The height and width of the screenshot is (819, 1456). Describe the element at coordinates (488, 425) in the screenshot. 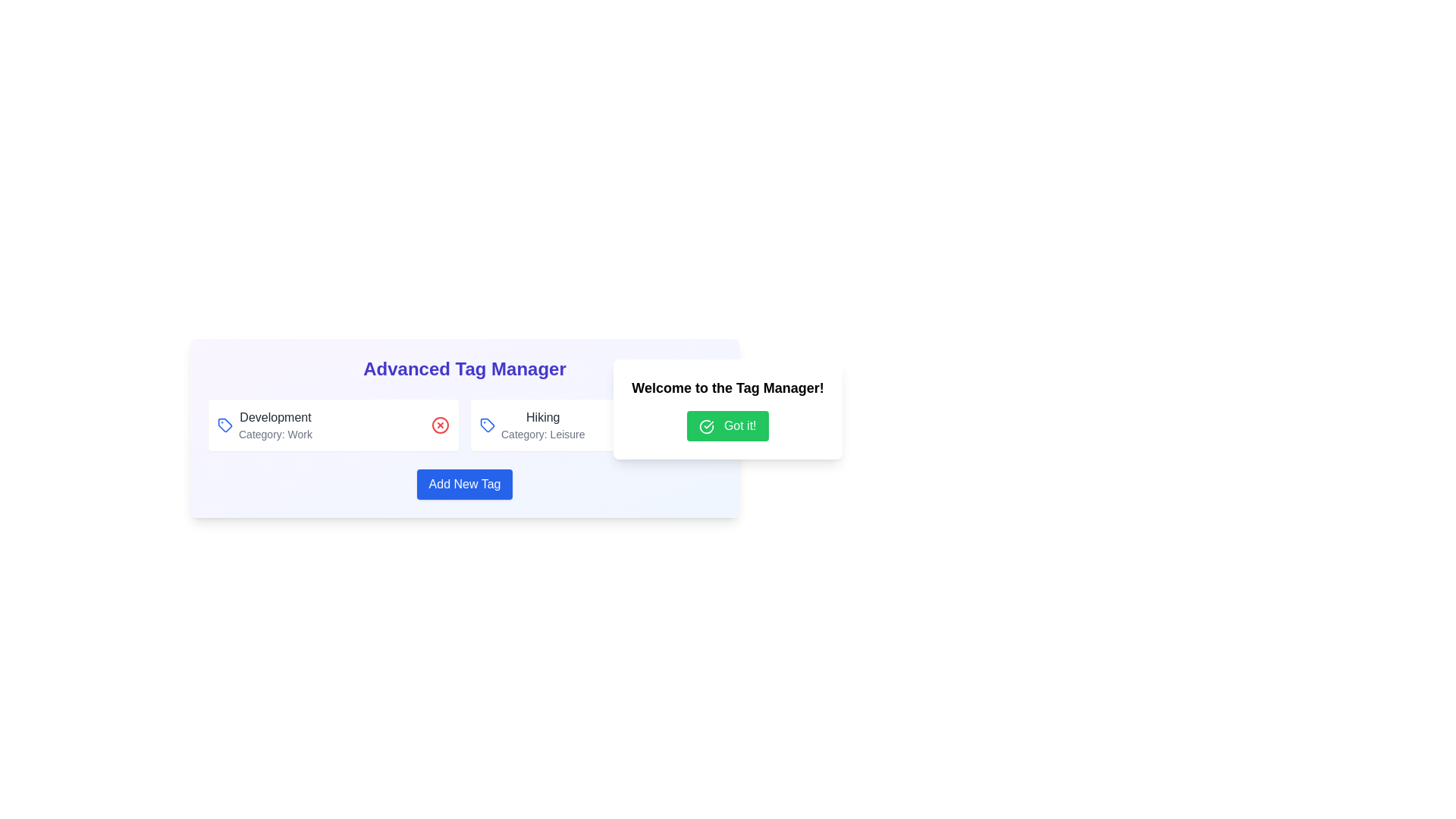

I see `the blue outlined tag icon located to the left of the text 'Hiking Category: Leisure'` at that location.